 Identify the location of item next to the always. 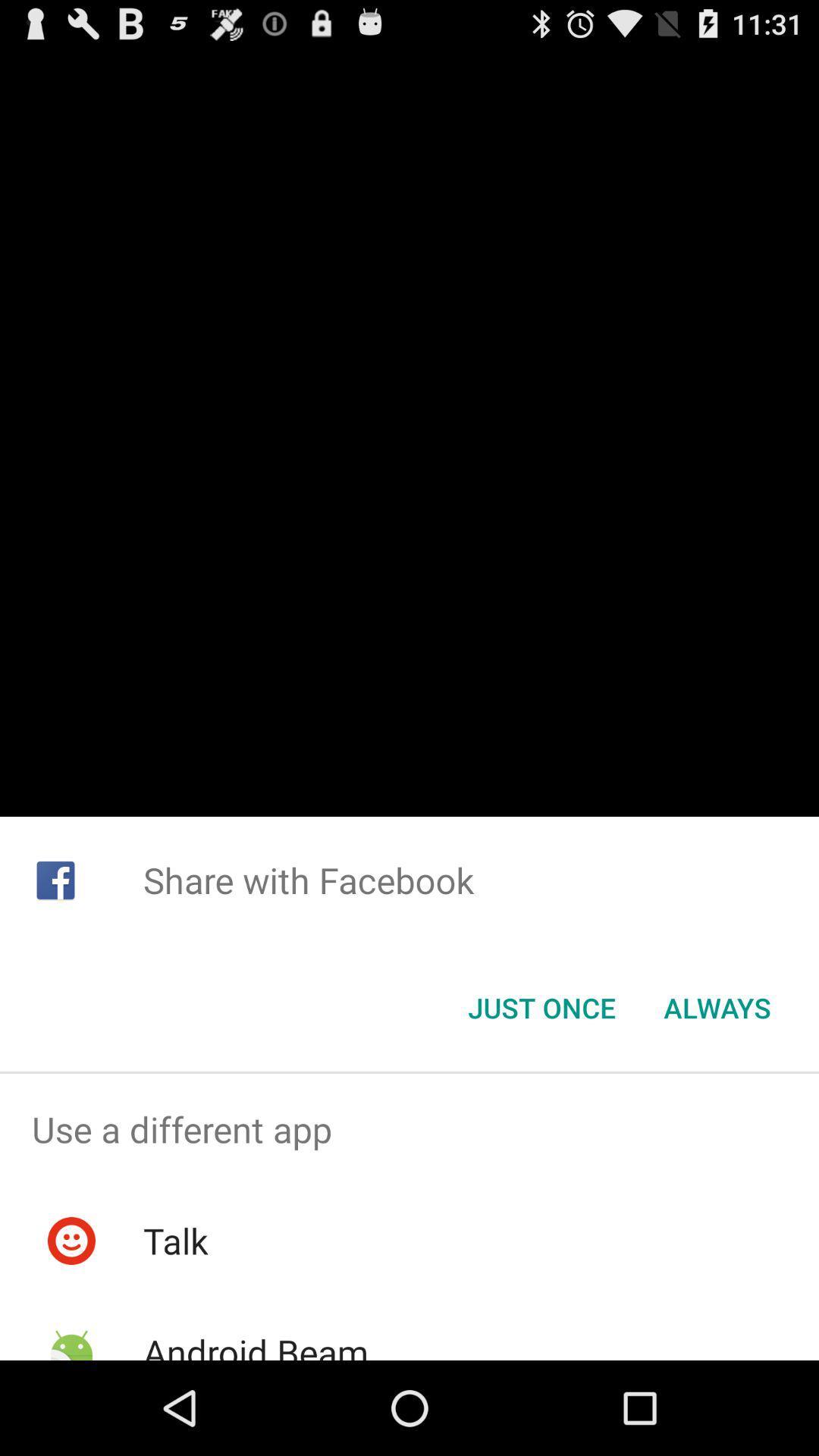
(541, 1008).